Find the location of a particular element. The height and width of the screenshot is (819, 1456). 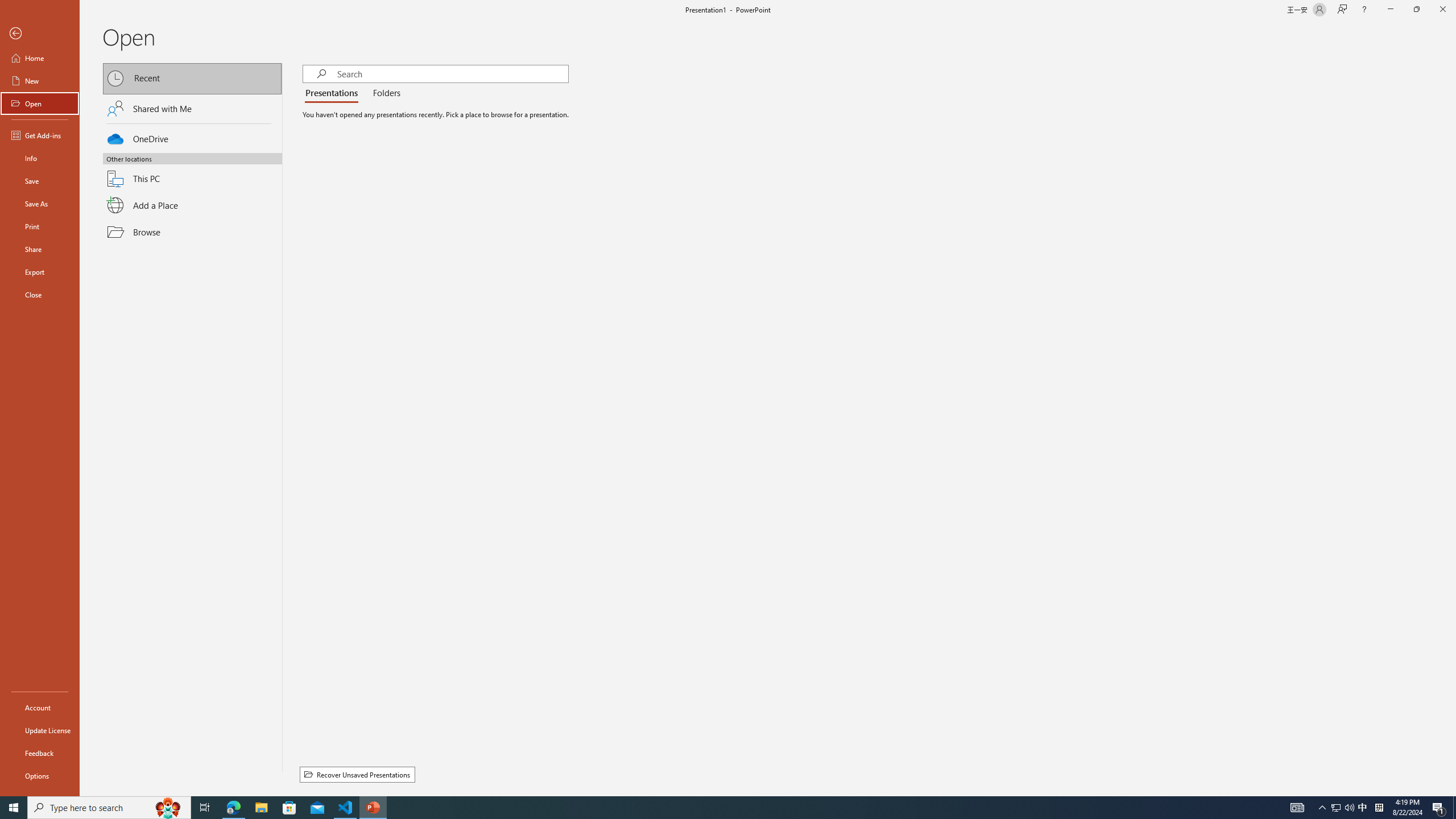

'Presentations' is located at coordinates (334, 93).